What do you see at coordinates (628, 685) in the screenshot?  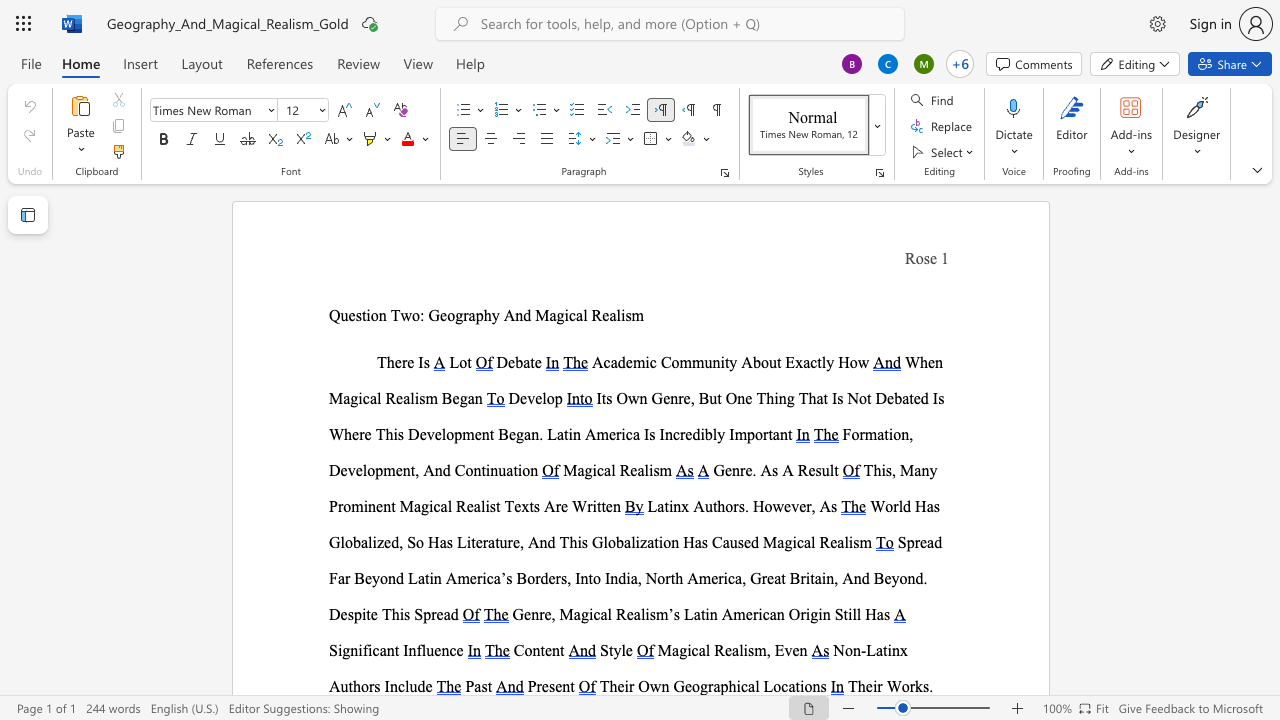 I see `the space between the continuous character "i" and "r" in the text` at bounding box center [628, 685].